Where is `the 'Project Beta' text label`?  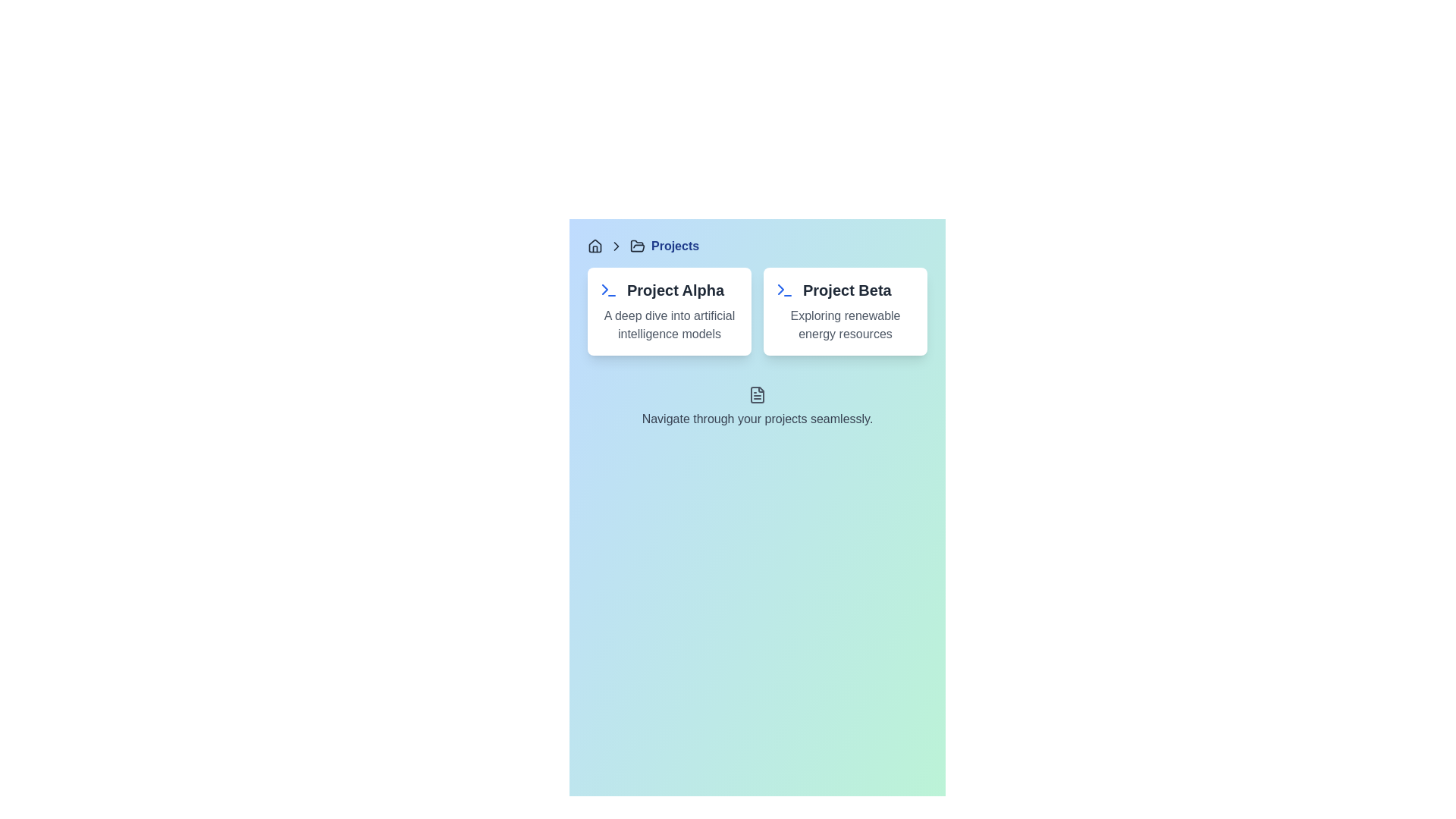 the 'Project Beta' text label is located at coordinates (844, 290).